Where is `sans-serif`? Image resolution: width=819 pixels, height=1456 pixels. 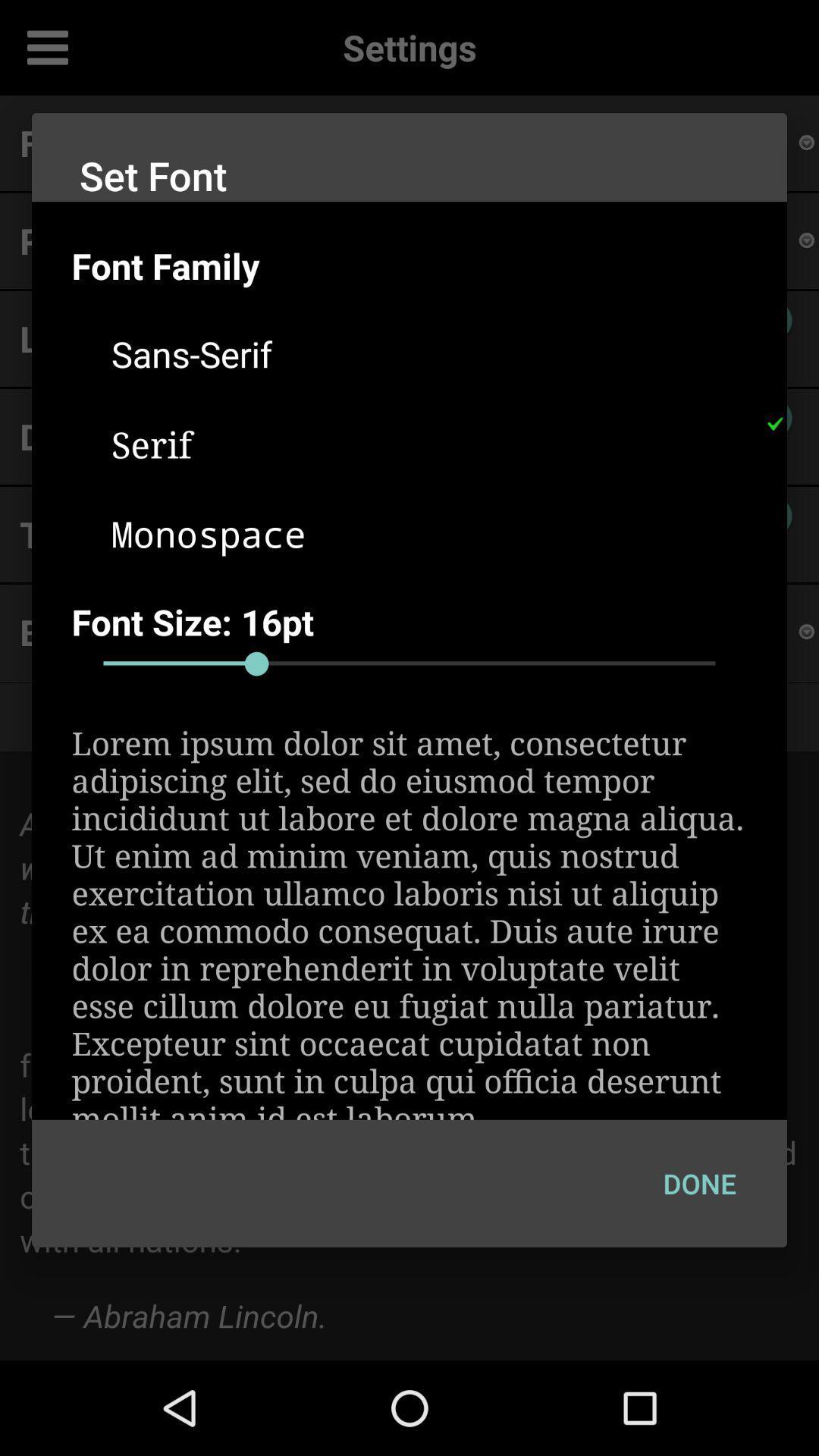
sans-serif is located at coordinates (429, 353).